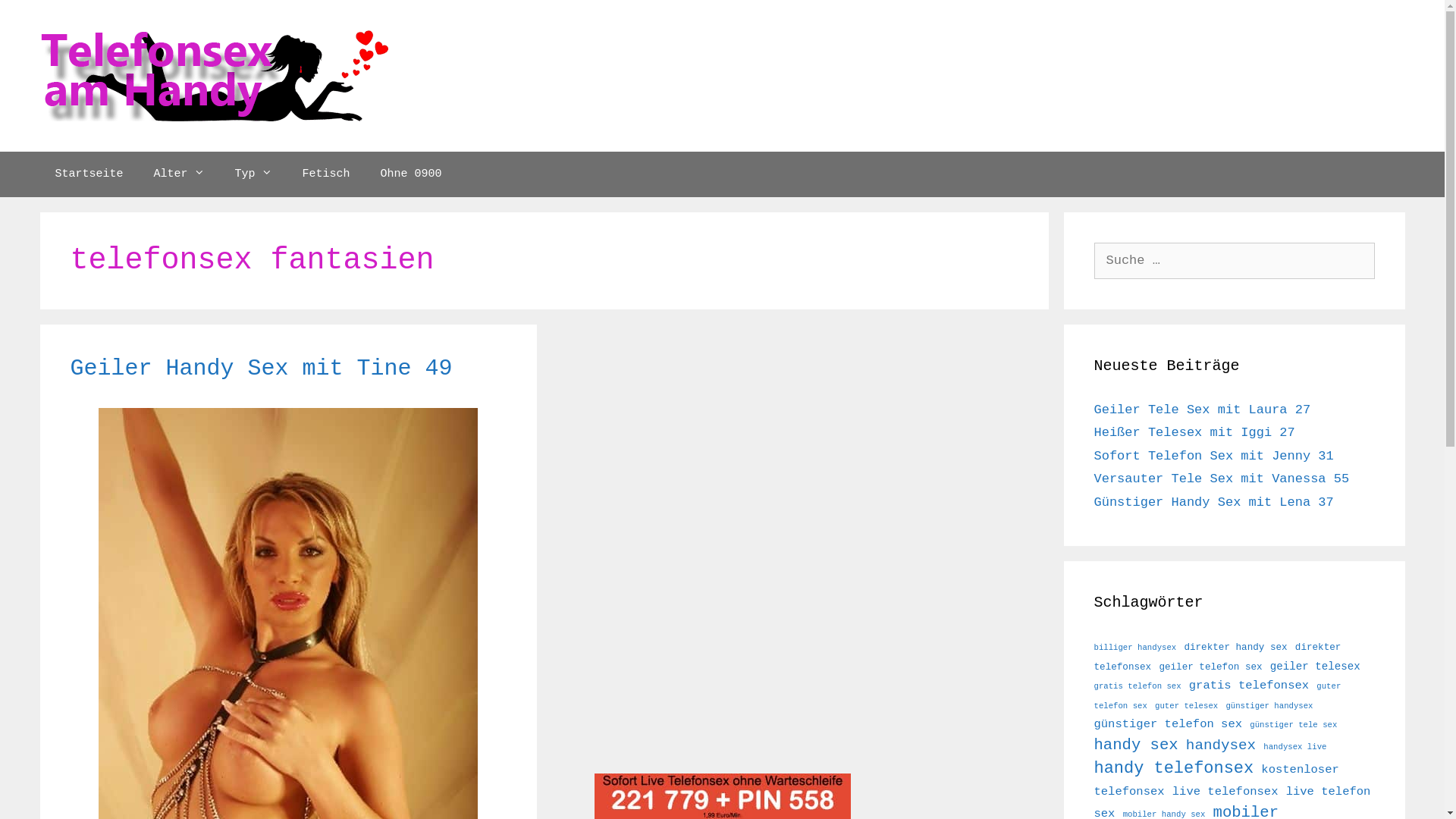 This screenshot has width=1456, height=819. I want to click on 'Telefonsex Handy', so click(213, 76).